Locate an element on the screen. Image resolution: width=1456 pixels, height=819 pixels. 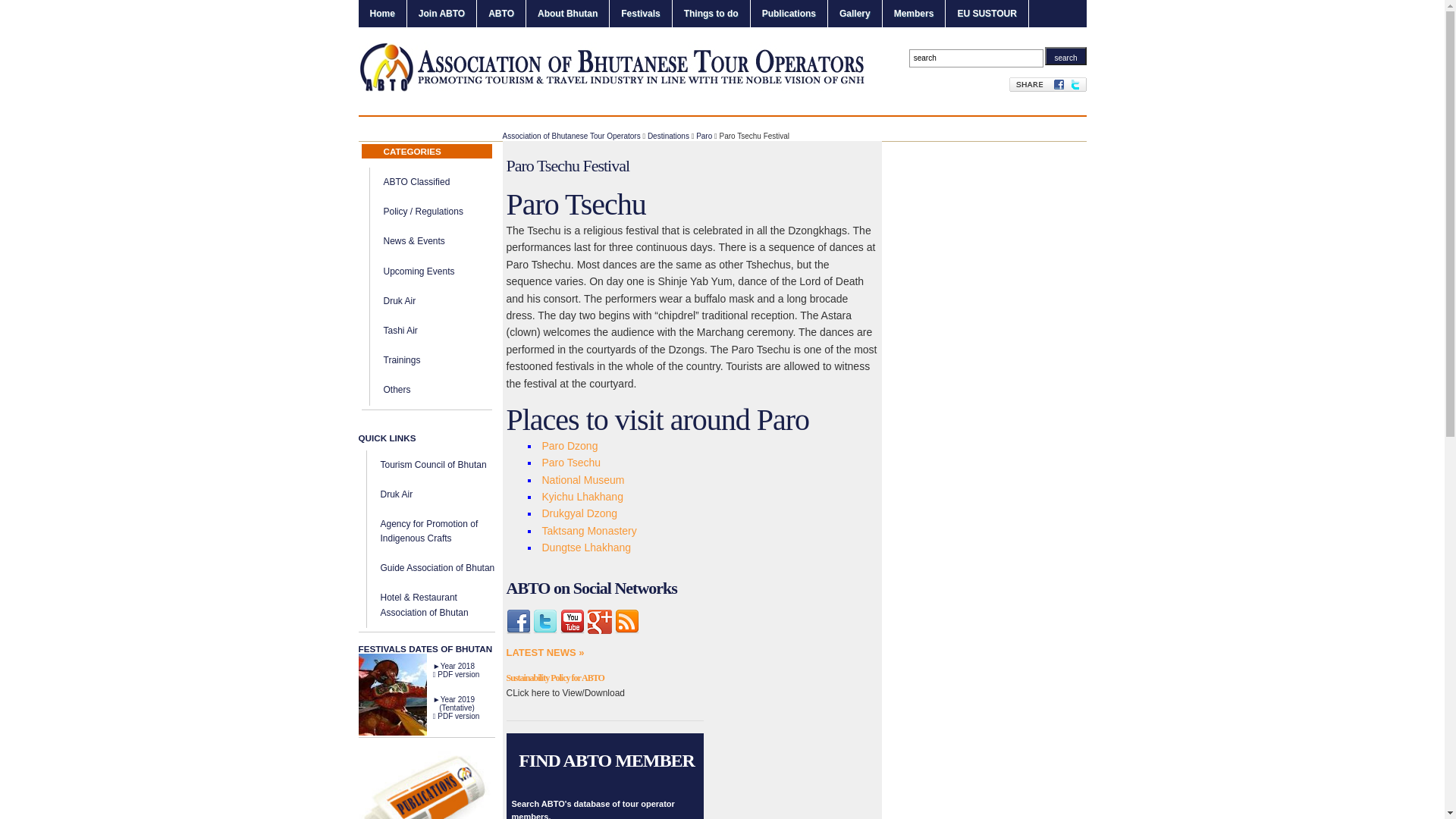
'Tourism Council of Bhutan' is located at coordinates (432, 464).